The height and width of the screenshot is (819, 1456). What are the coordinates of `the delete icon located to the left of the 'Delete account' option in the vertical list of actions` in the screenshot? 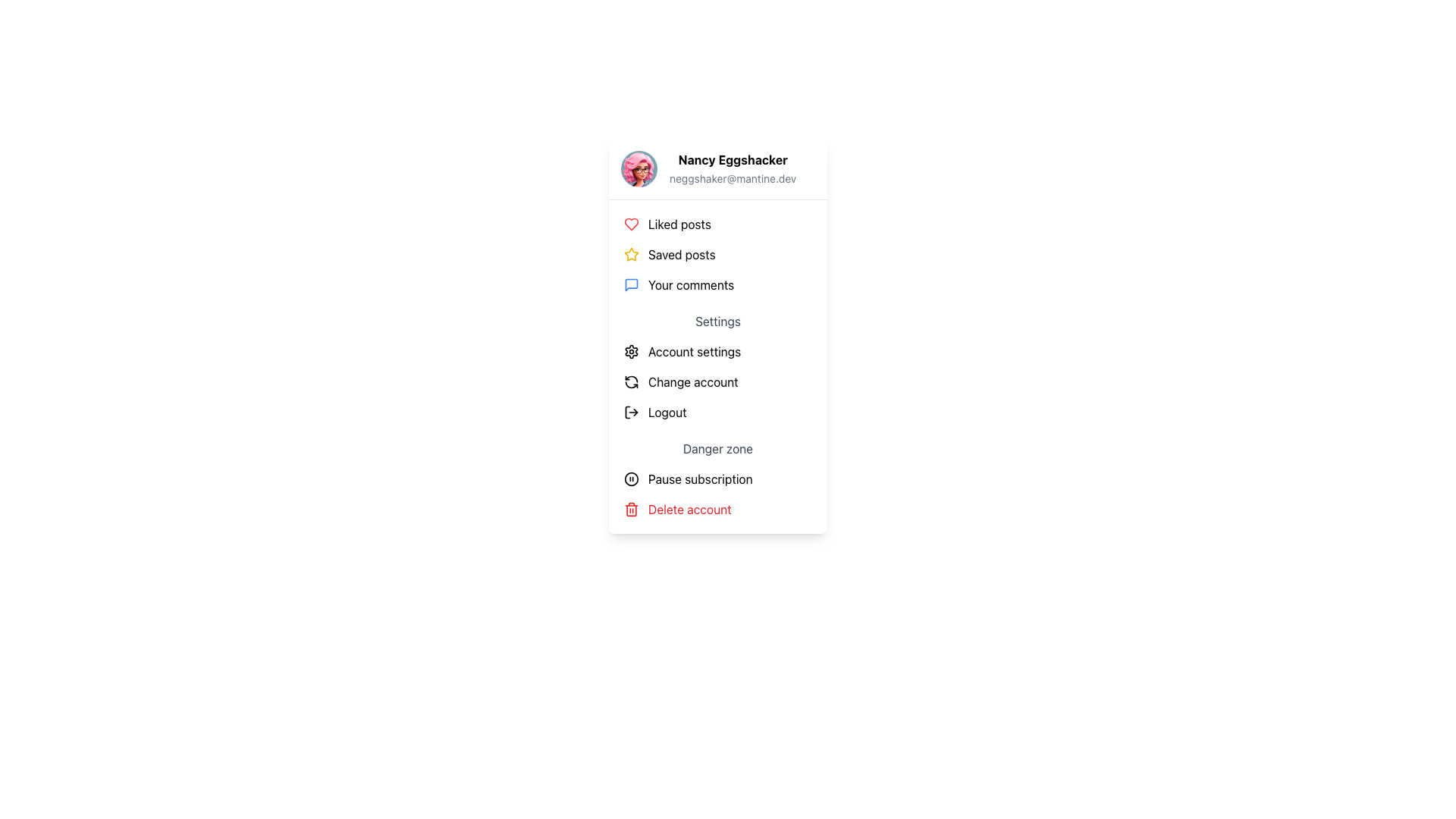 It's located at (632, 509).